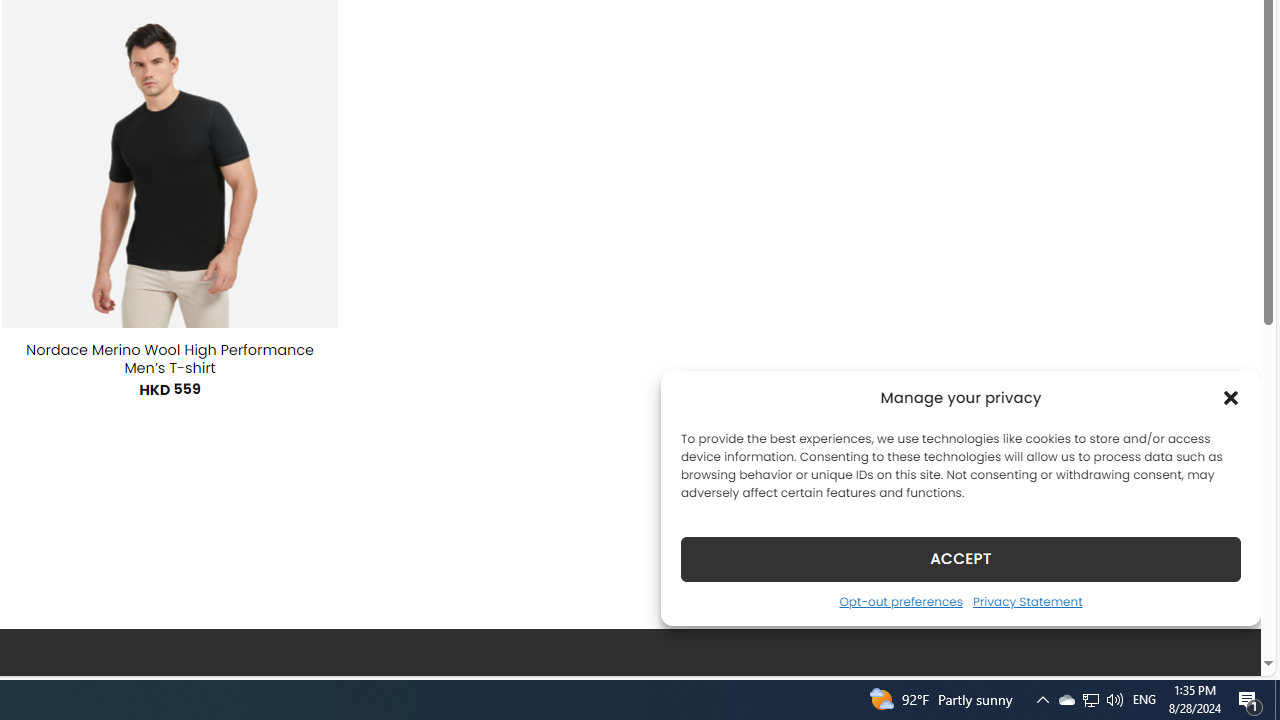 The image size is (1280, 720). What do you see at coordinates (1027, 600) in the screenshot?
I see `'Privacy Statement'` at bounding box center [1027, 600].